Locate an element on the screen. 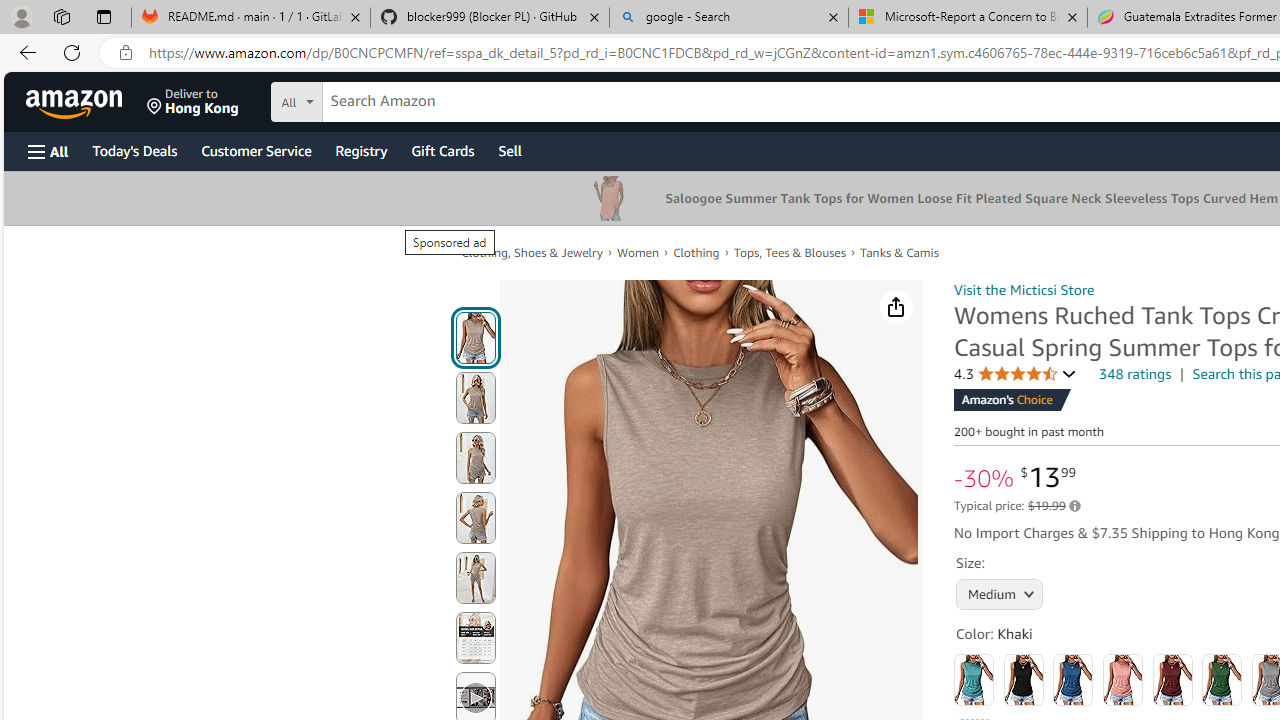 The image size is (1280, 720). 'Customer Service' is located at coordinates (255, 149).